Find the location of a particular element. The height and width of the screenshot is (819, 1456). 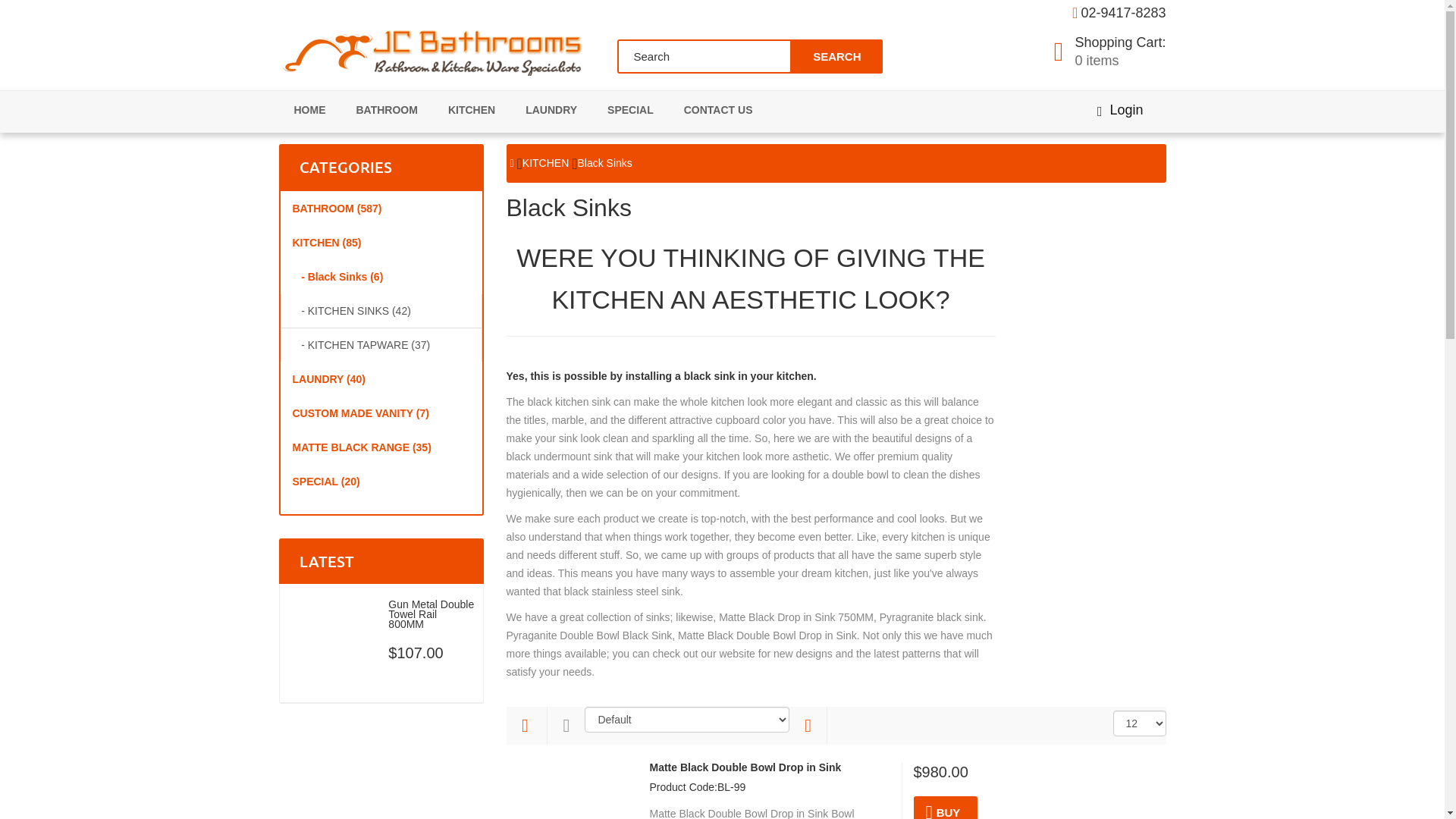

'Matte Black Double Bowl Drop in Sink' is located at coordinates (745, 767).